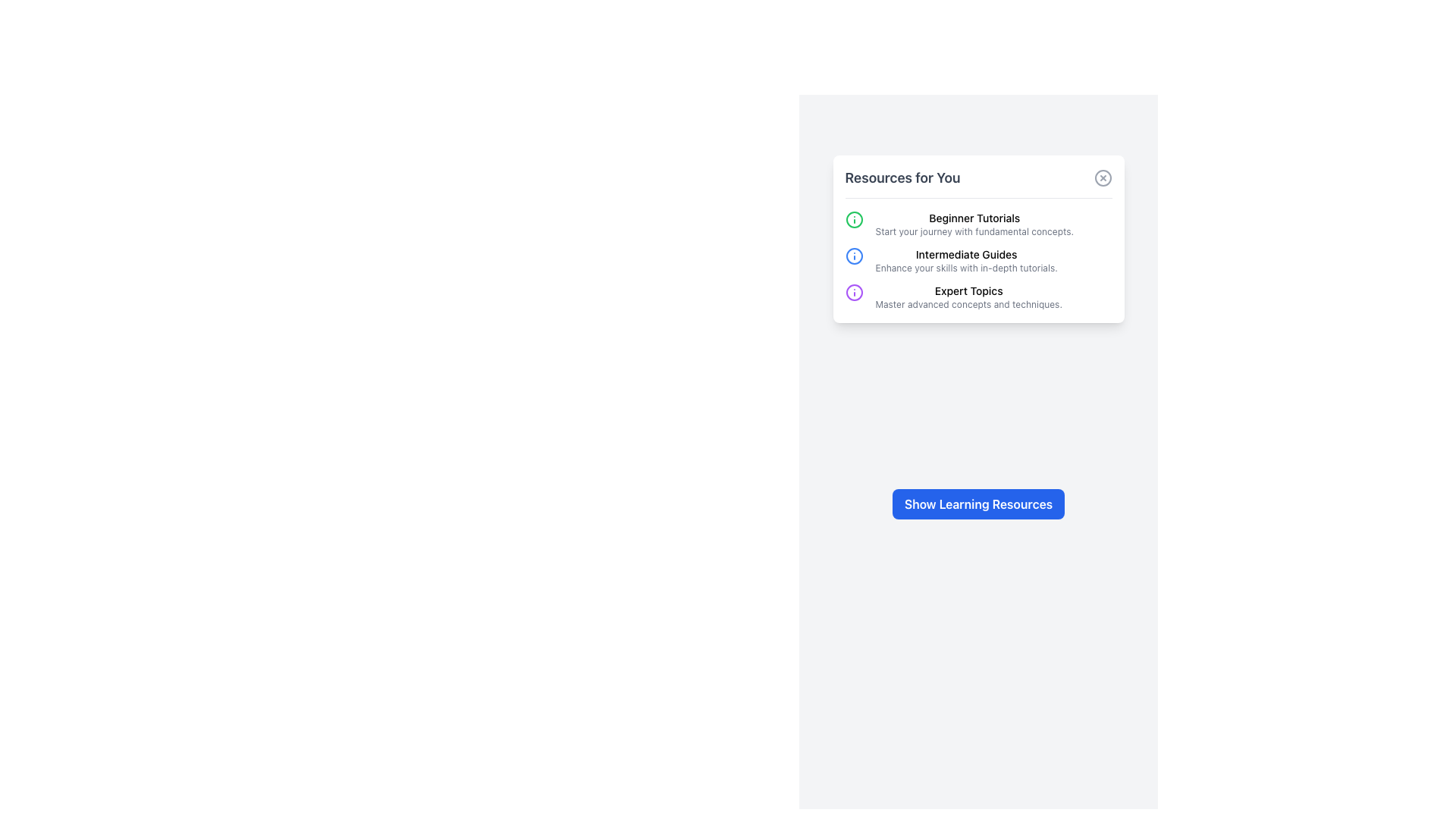 Image resolution: width=1456 pixels, height=819 pixels. Describe the element at coordinates (965, 268) in the screenshot. I see `the text element that provides a brief description or tagline associated with the 'Intermediate Guides' resource category, located in the middle section of the card labeled 'Resources for You'` at that location.